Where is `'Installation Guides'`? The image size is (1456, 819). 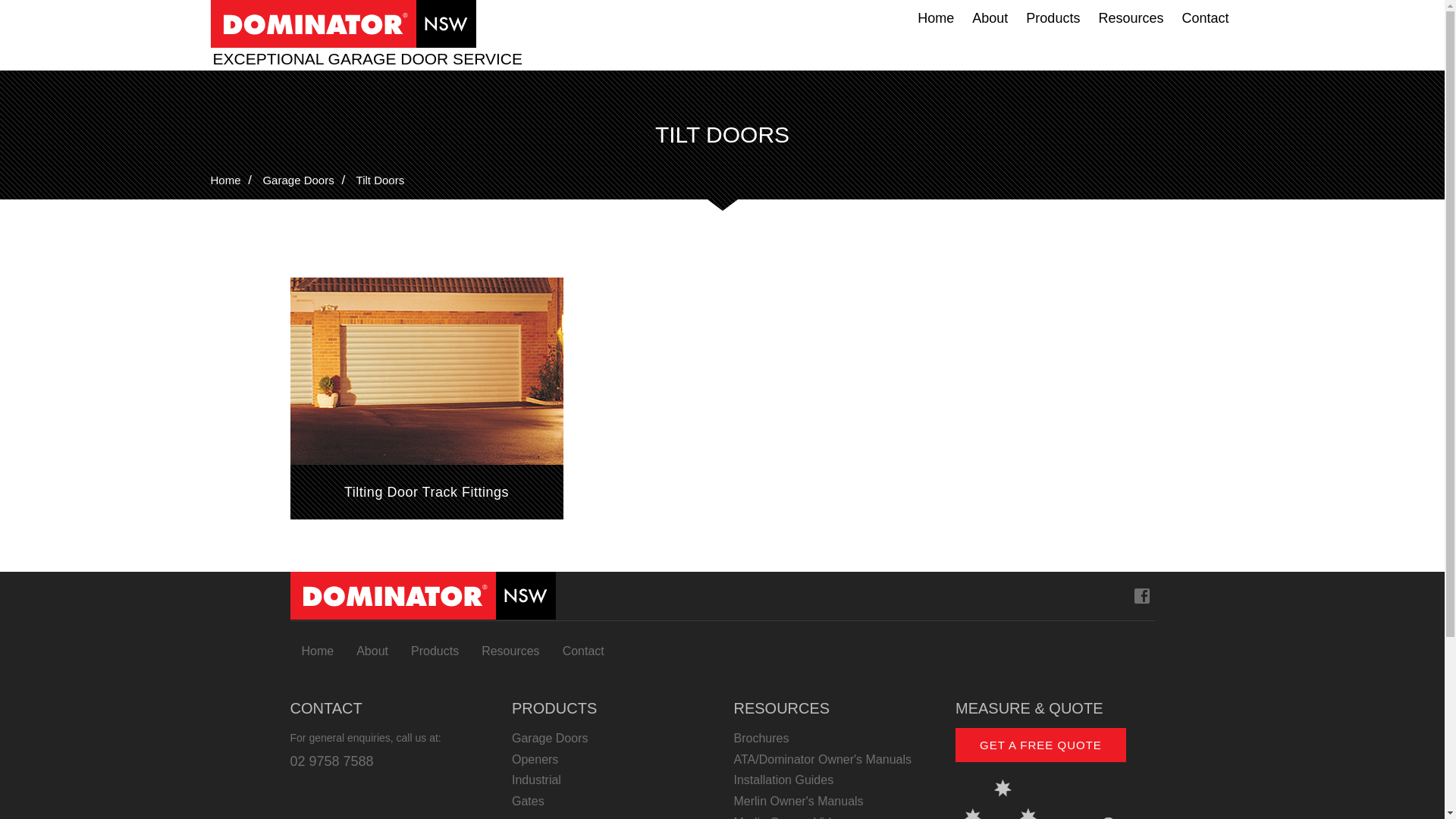 'Installation Guides' is located at coordinates (833, 780).